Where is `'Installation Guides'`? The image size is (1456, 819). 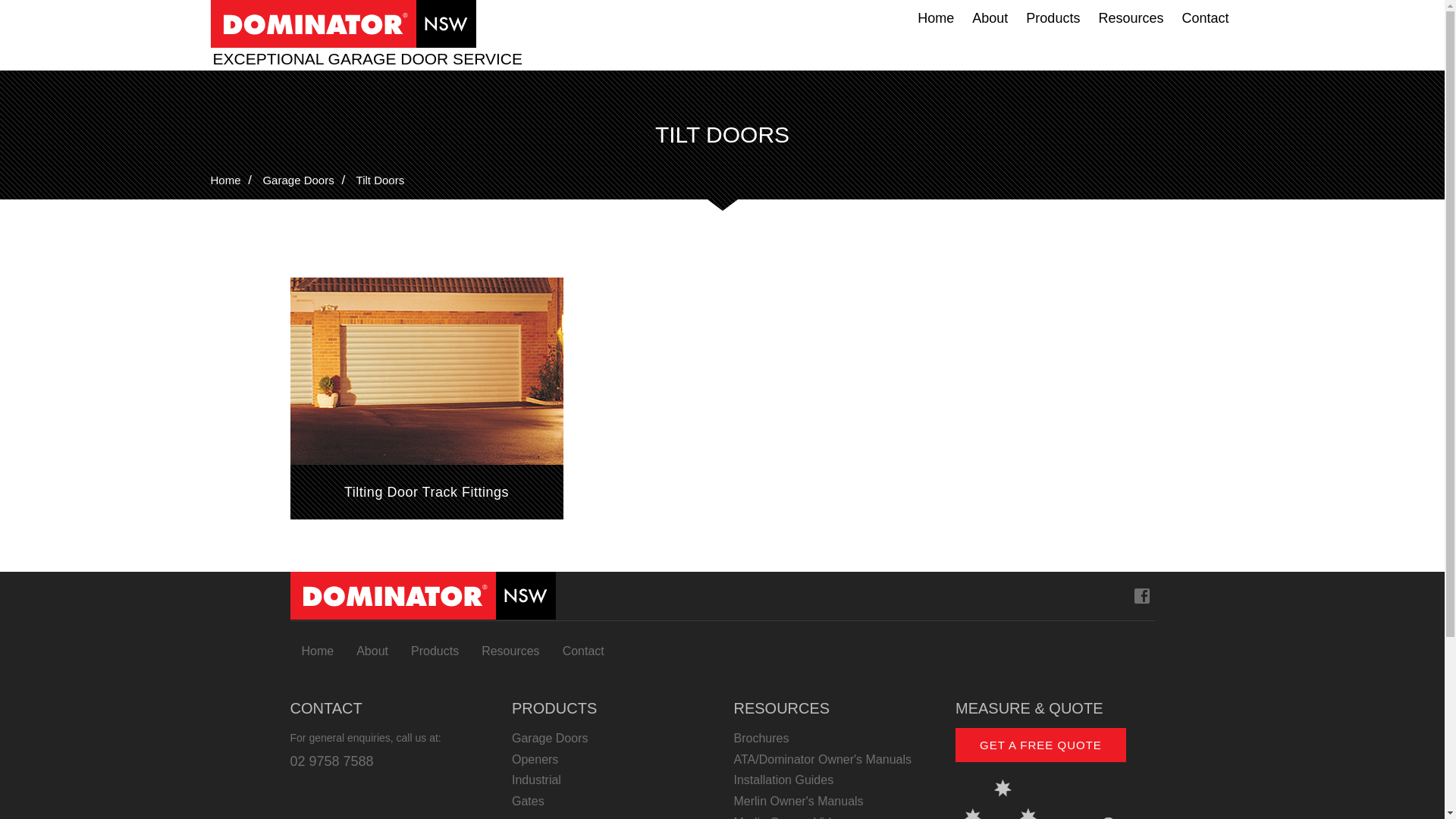 'Installation Guides' is located at coordinates (833, 780).